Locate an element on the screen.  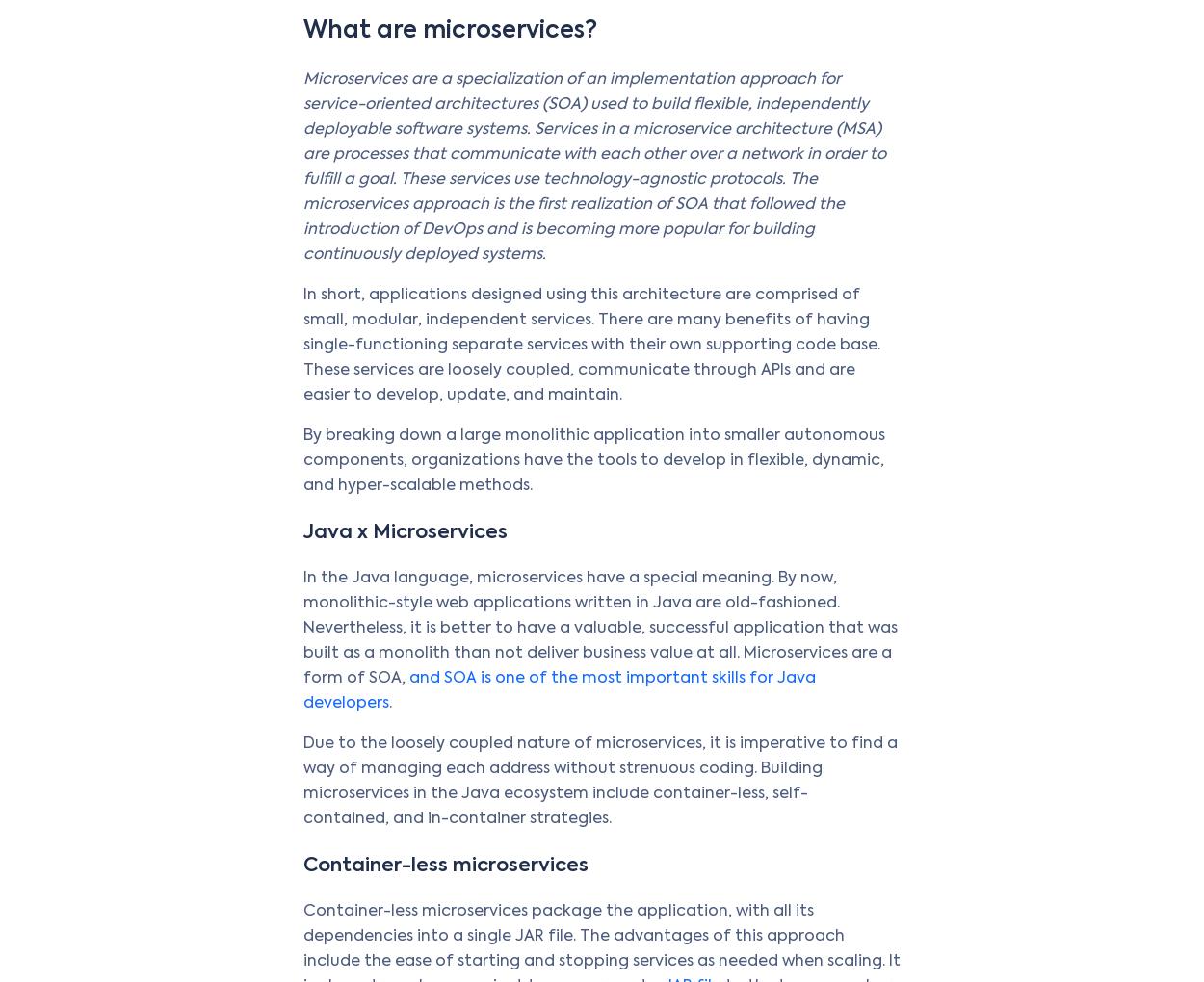
'Ecosystem' is located at coordinates (834, 452).